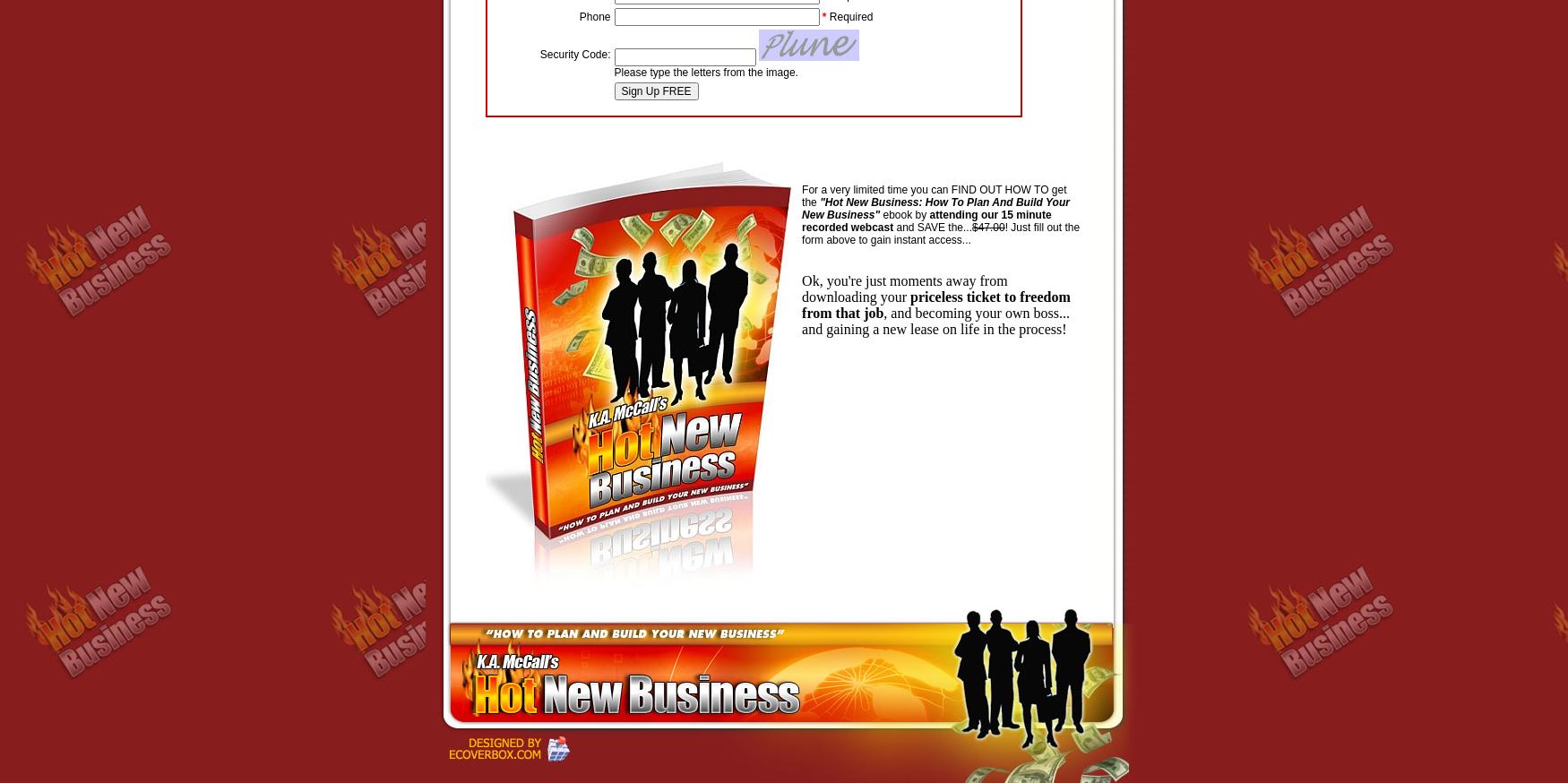 The image size is (1568, 783). Describe the element at coordinates (573, 52) in the screenshot. I see `'Security Code:'` at that location.